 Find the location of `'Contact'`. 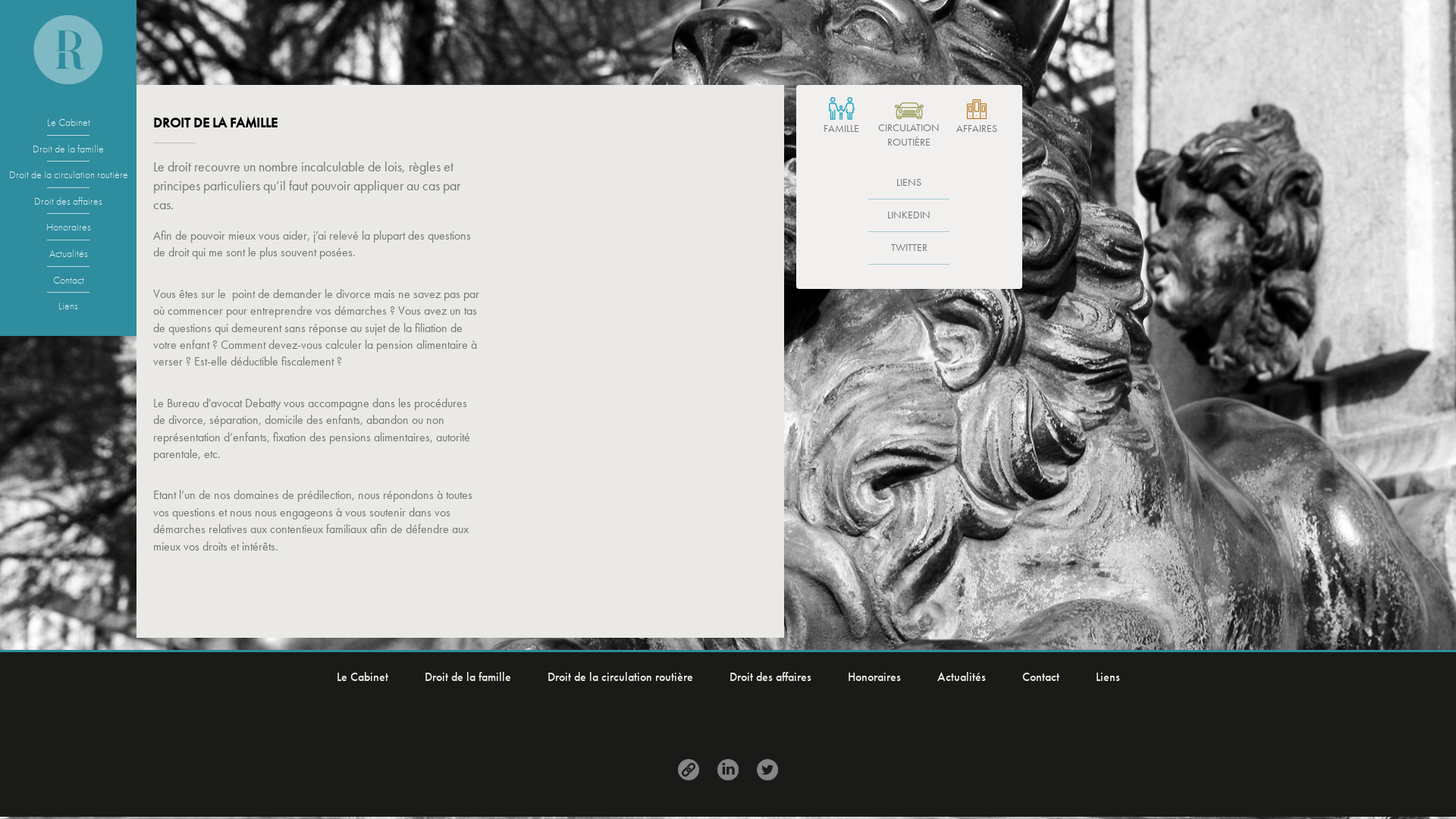

'Contact' is located at coordinates (1040, 676).